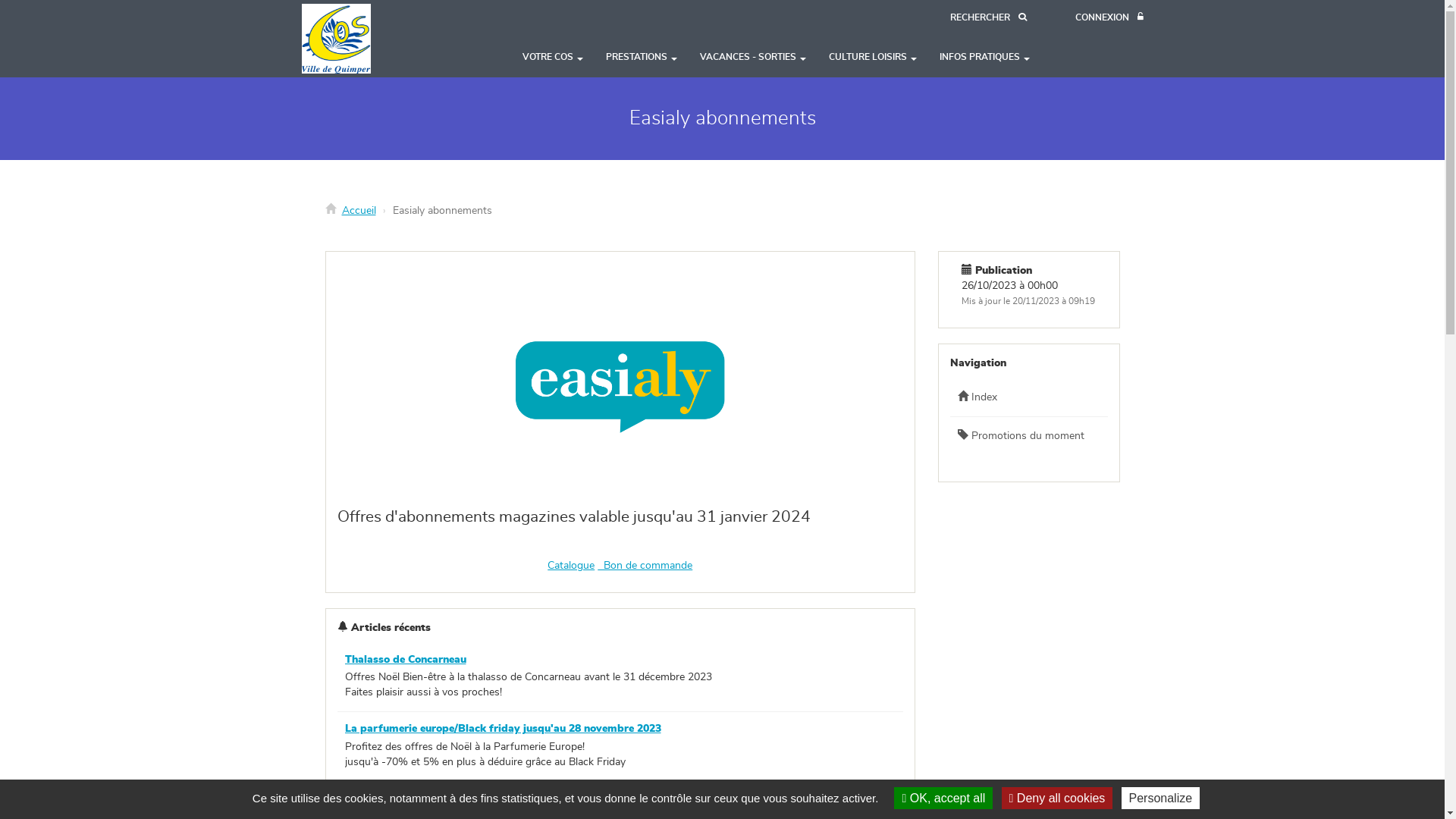  I want to click on 'VACANCES - SORTIES', so click(753, 55).